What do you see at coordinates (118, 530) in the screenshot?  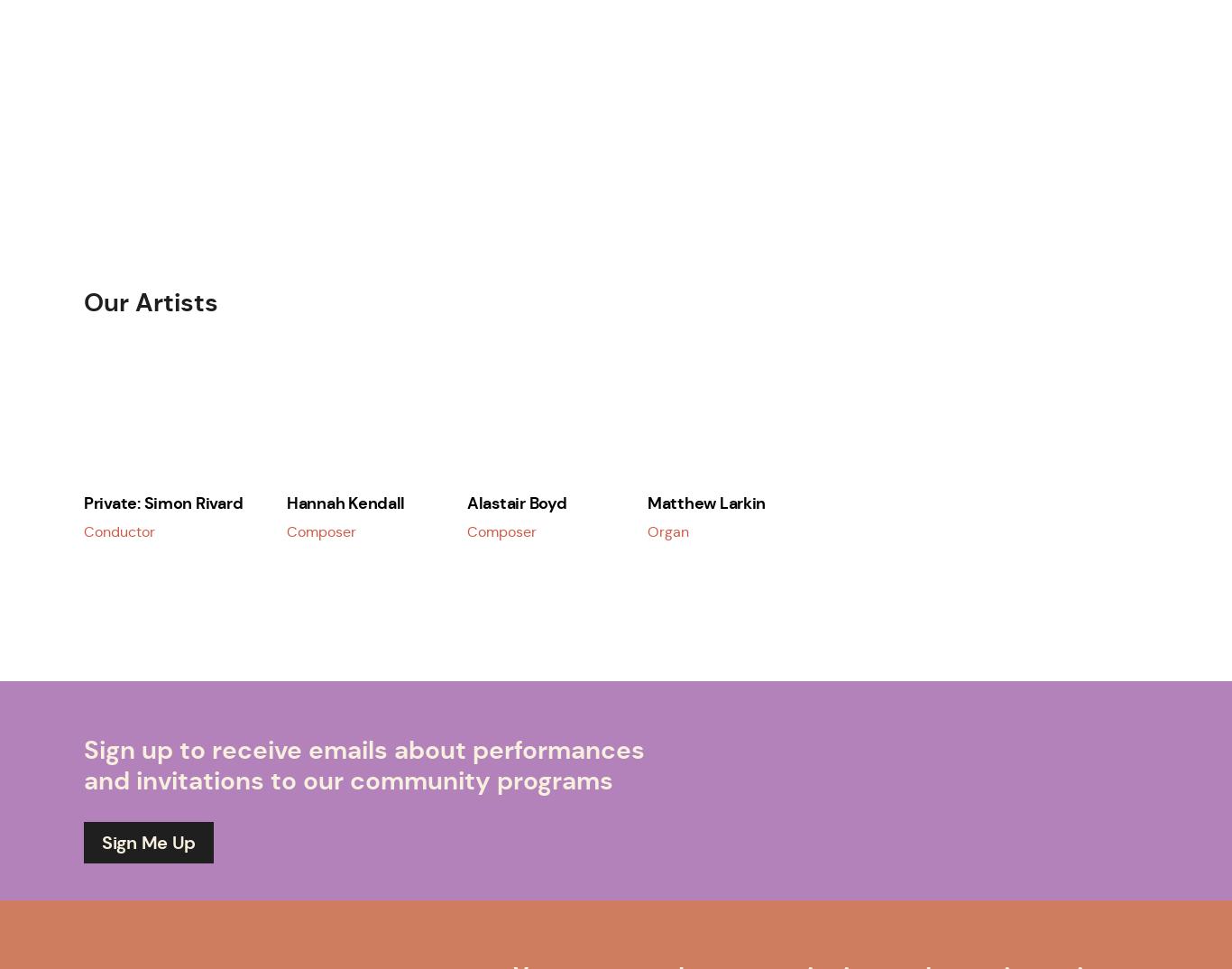 I see `'Conductor'` at bounding box center [118, 530].